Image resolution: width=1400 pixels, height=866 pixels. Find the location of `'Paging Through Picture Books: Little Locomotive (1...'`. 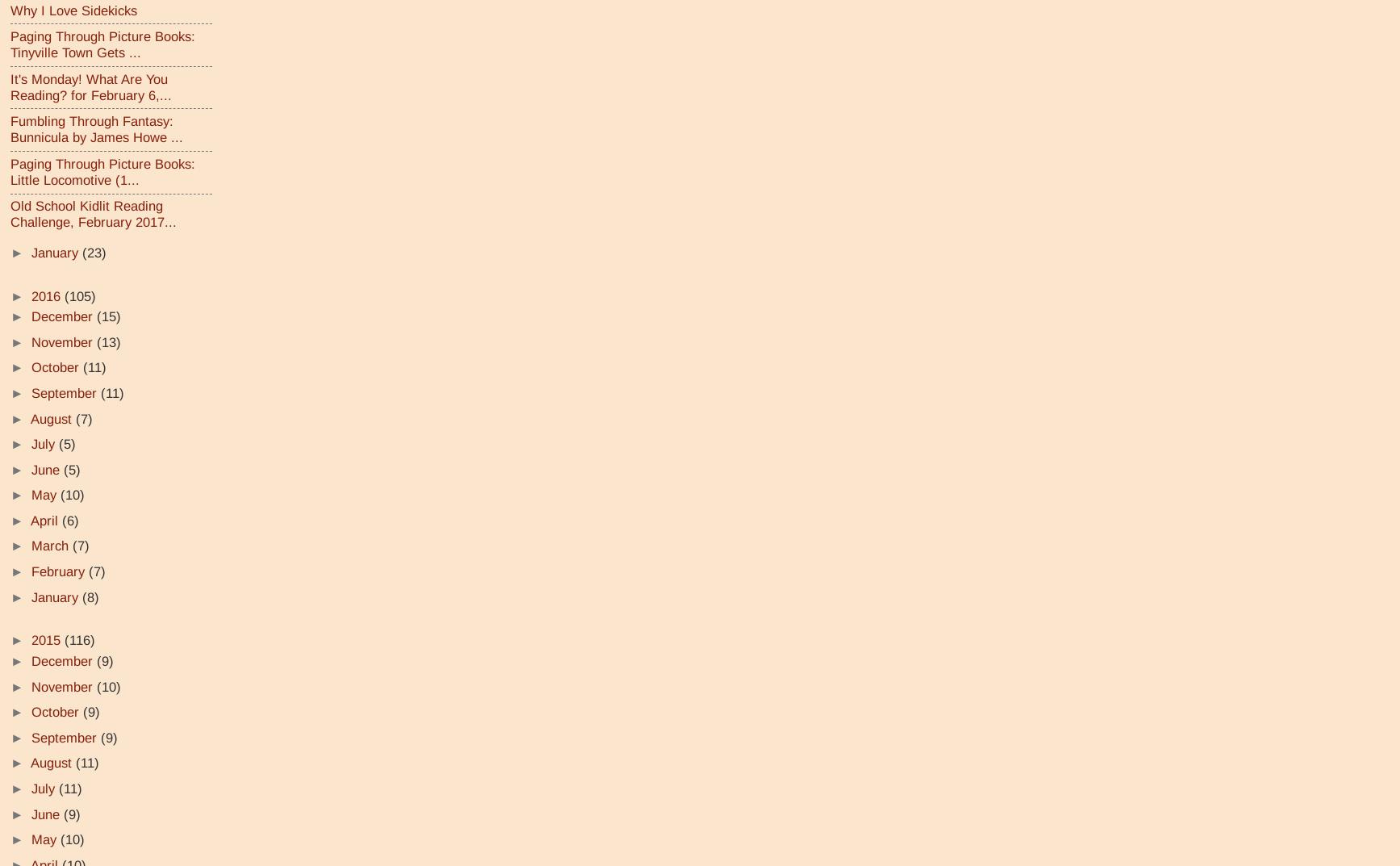

'Paging Through Picture Books: Little Locomotive (1...' is located at coordinates (102, 171).